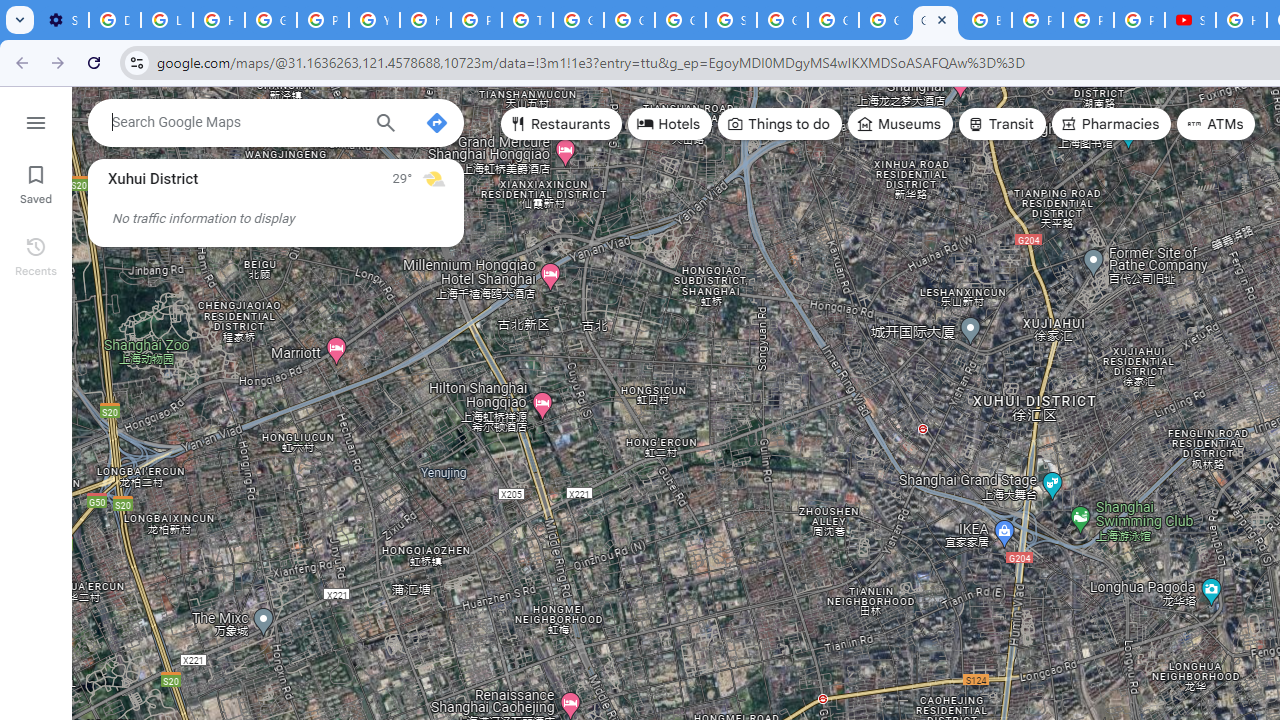  I want to click on 'Privacy Help Center - Policies Help', so click(1038, 20).